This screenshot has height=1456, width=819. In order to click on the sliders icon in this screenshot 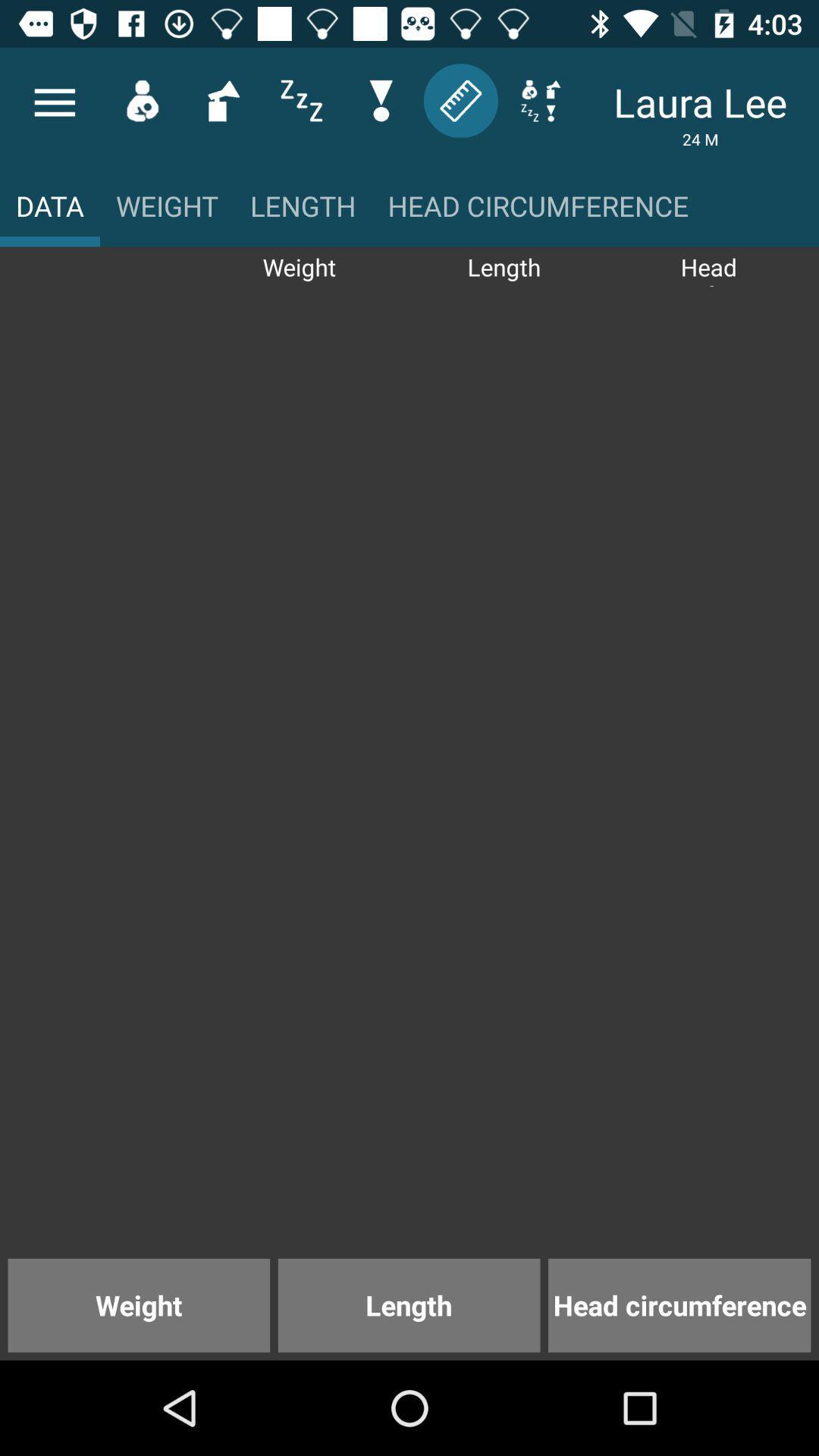, I will do `click(301, 99)`.